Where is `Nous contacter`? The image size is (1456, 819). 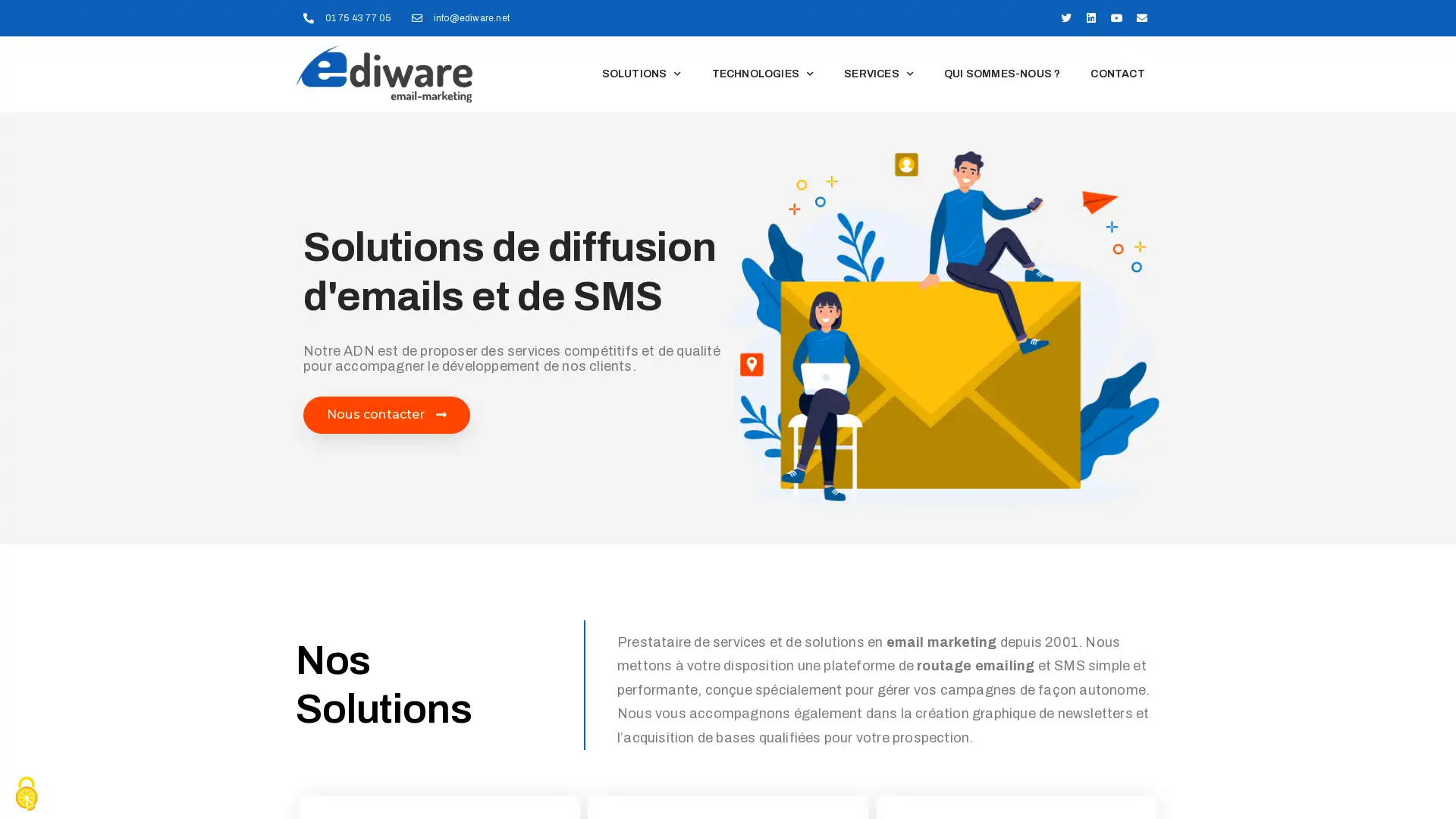
Nous contacter is located at coordinates (386, 415).